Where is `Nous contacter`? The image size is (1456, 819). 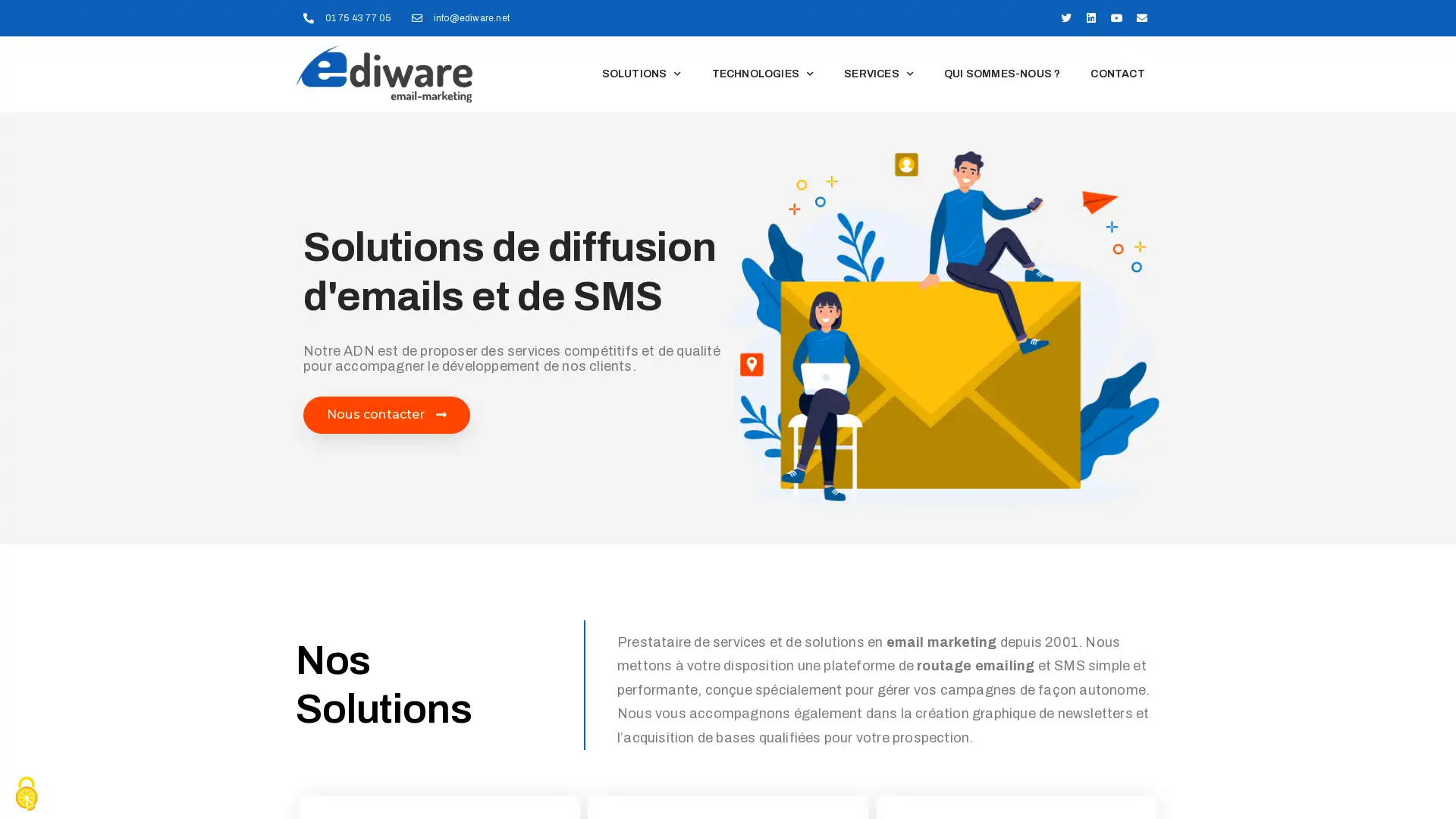
Nous contacter is located at coordinates (386, 415).